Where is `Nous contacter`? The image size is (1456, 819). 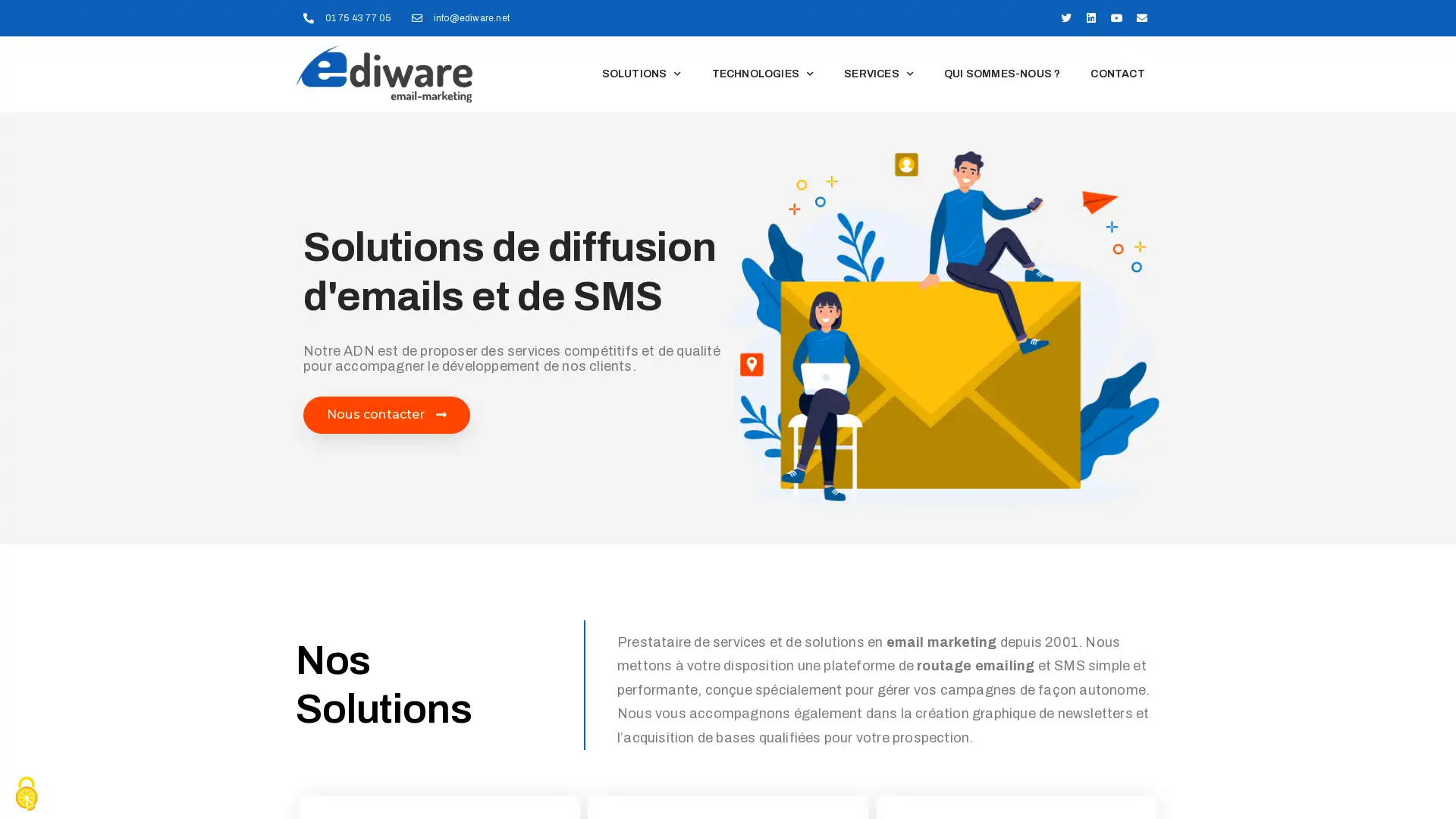
Nous contacter is located at coordinates (386, 415).